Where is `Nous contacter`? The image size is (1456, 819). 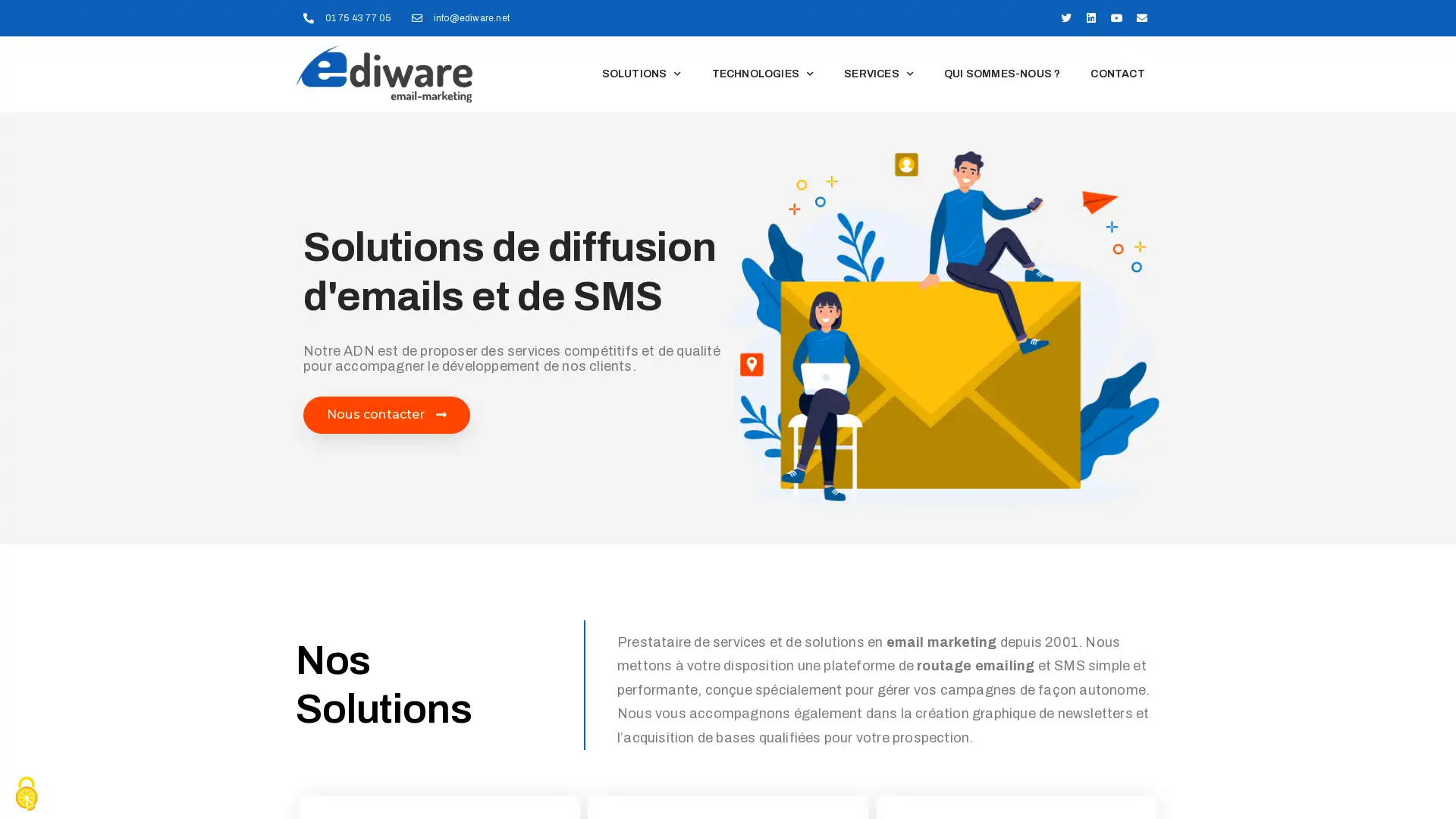
Nous contacter is located at coordinates (386, 415).